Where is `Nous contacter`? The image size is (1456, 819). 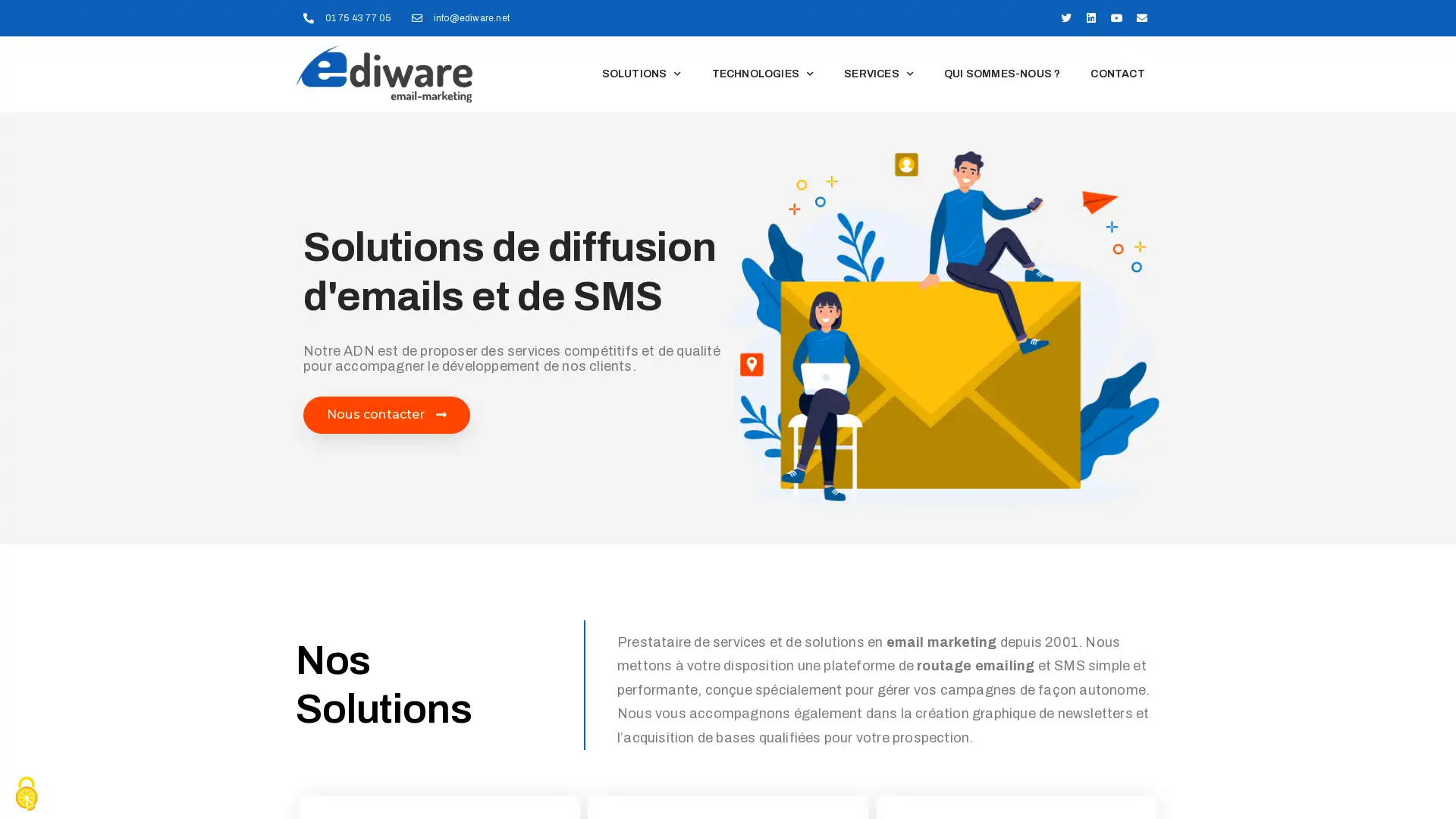
Nous contacter is located at coordinates (386, 415).